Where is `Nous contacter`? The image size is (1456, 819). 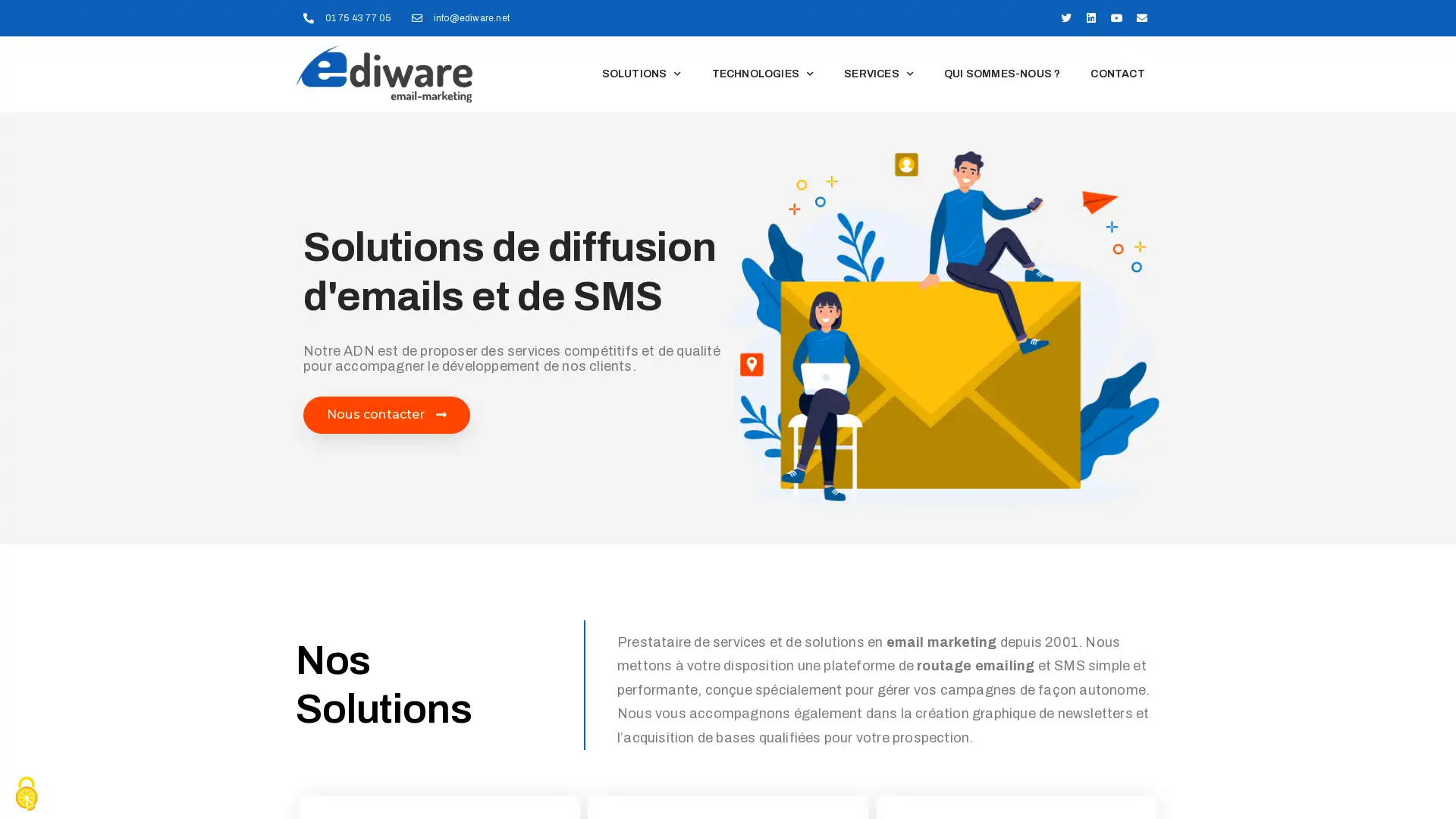
Nous contacter is located at coordinates (386, 415).